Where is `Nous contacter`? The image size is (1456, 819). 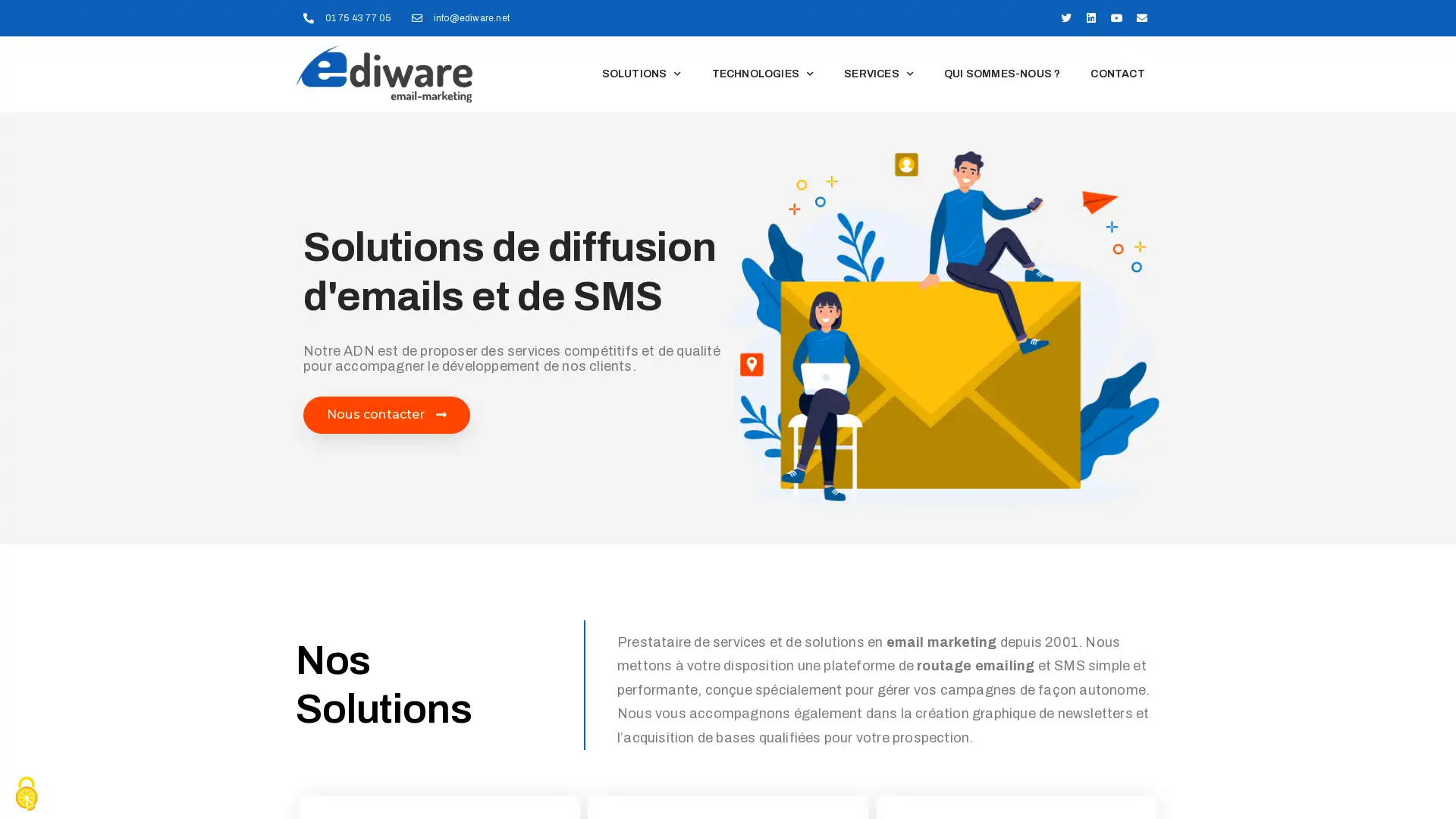
Nous contacter is located at coordinates (386, 415).